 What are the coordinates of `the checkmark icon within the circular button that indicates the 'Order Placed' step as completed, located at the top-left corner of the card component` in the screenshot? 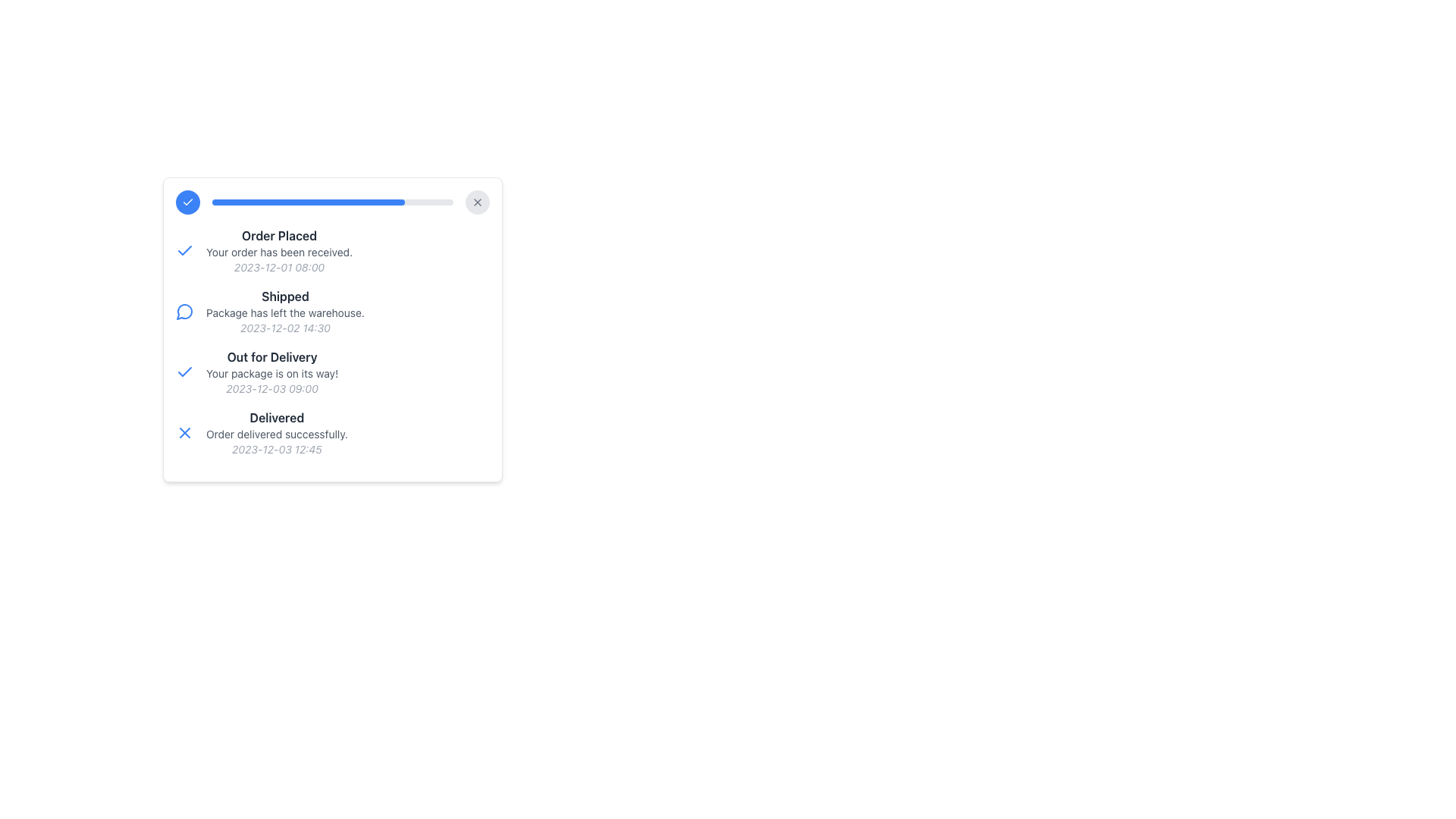 It's located at (187, 201).